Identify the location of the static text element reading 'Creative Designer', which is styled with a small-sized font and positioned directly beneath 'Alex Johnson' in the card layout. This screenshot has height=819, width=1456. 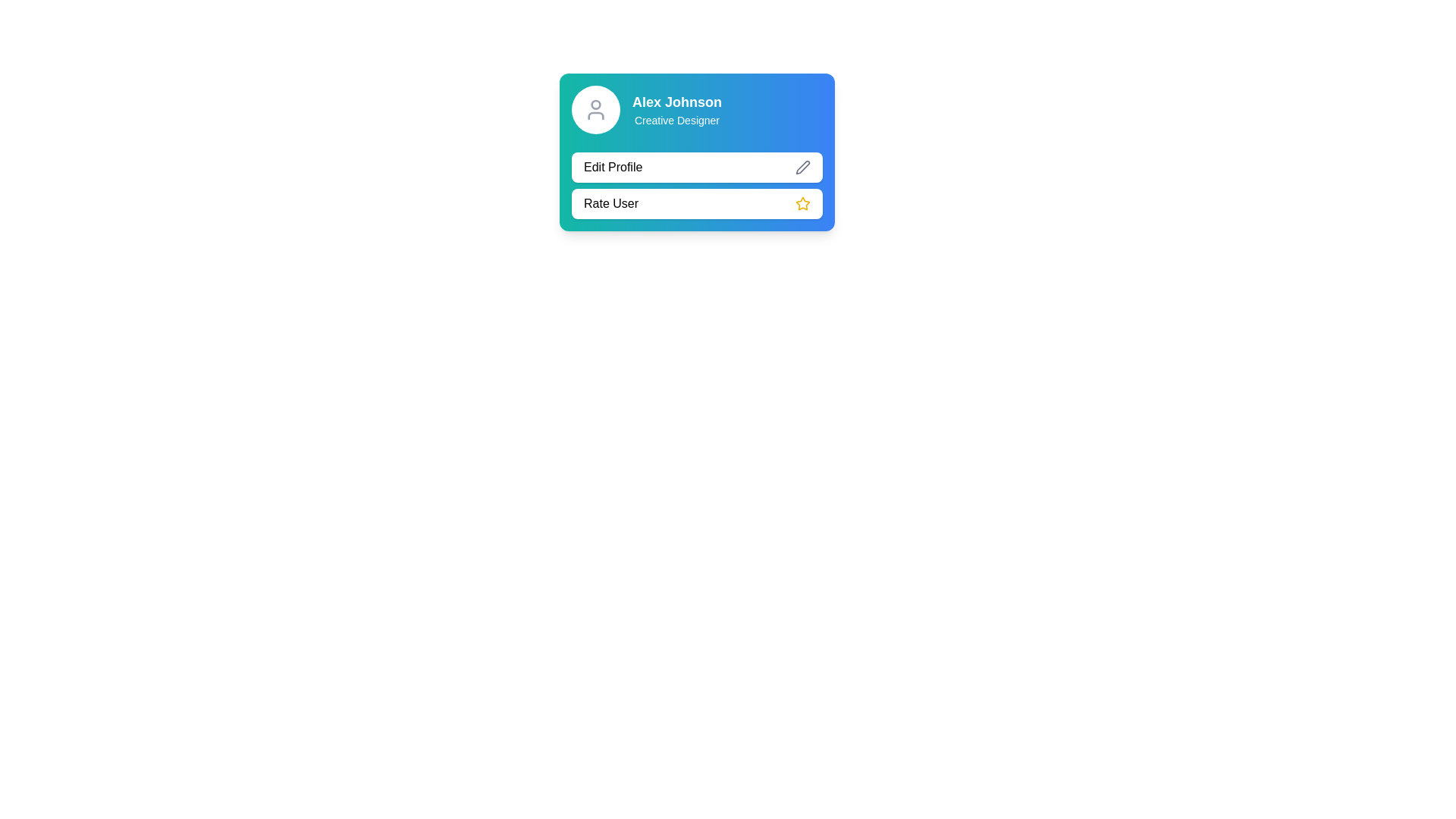
(676, 119).